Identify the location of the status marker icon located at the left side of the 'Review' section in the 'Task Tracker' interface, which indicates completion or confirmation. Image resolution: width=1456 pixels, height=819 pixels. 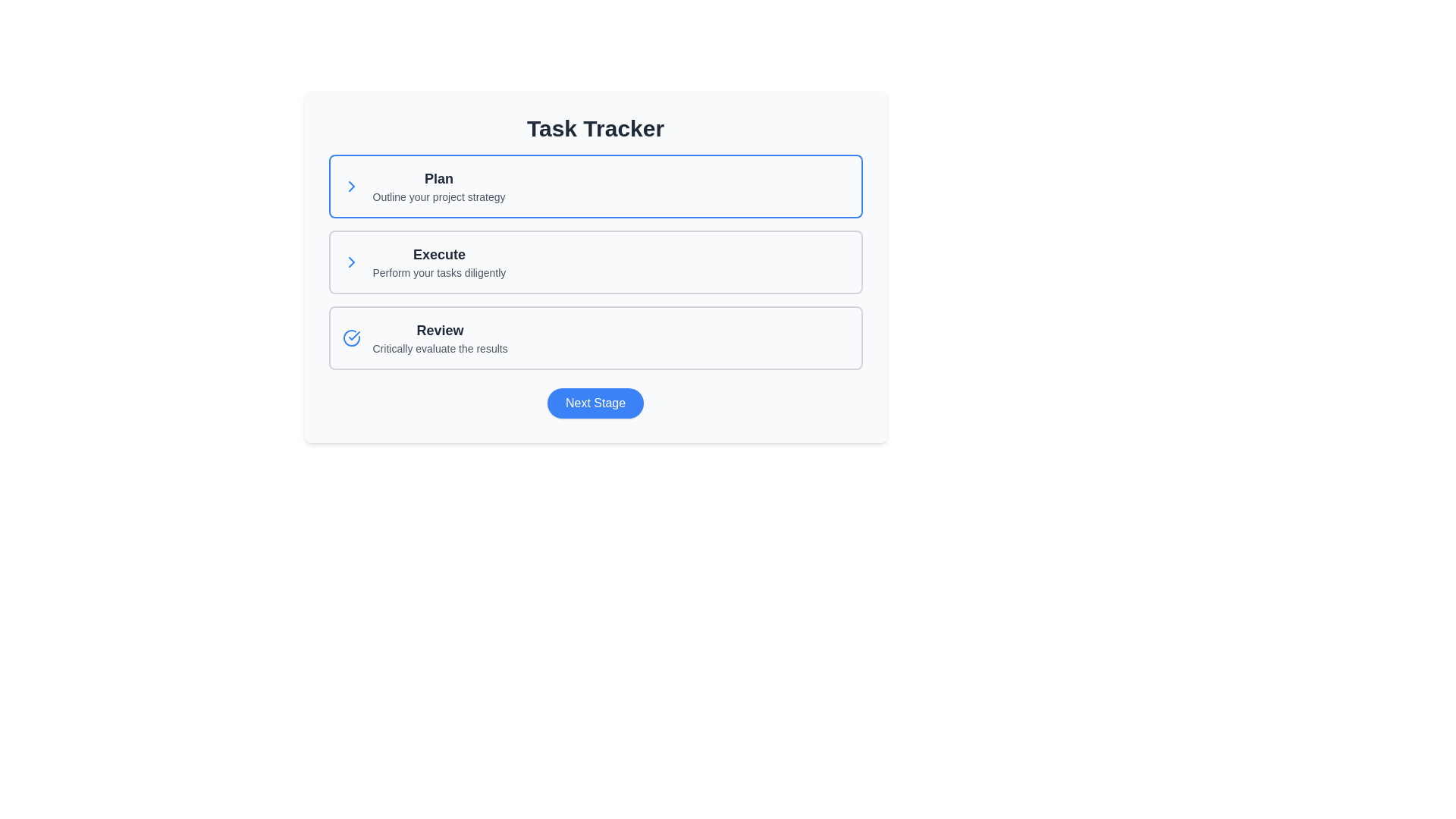
(350, 337).